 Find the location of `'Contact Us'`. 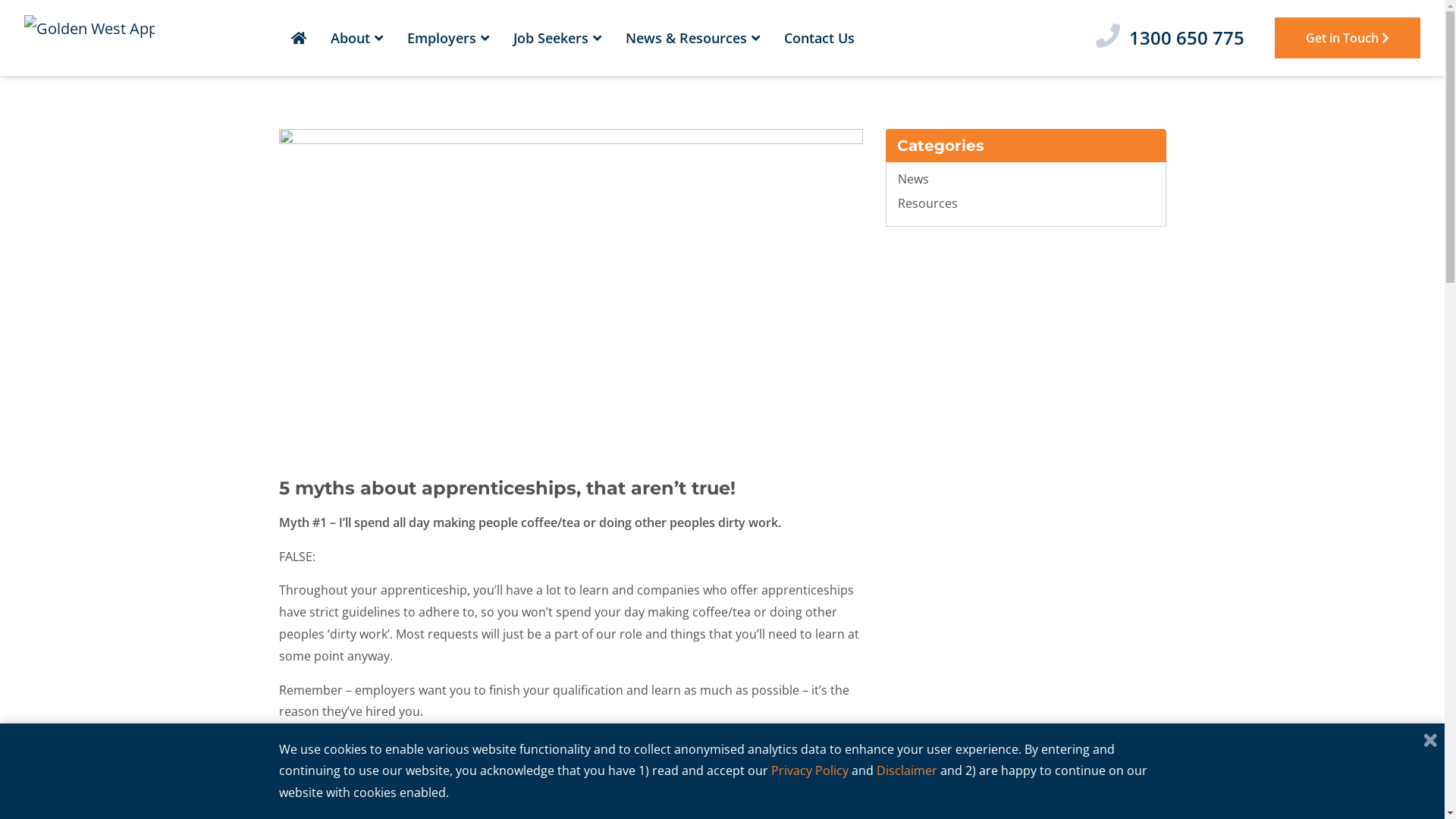

'Contact Us' is located at coordinates (818, 37).